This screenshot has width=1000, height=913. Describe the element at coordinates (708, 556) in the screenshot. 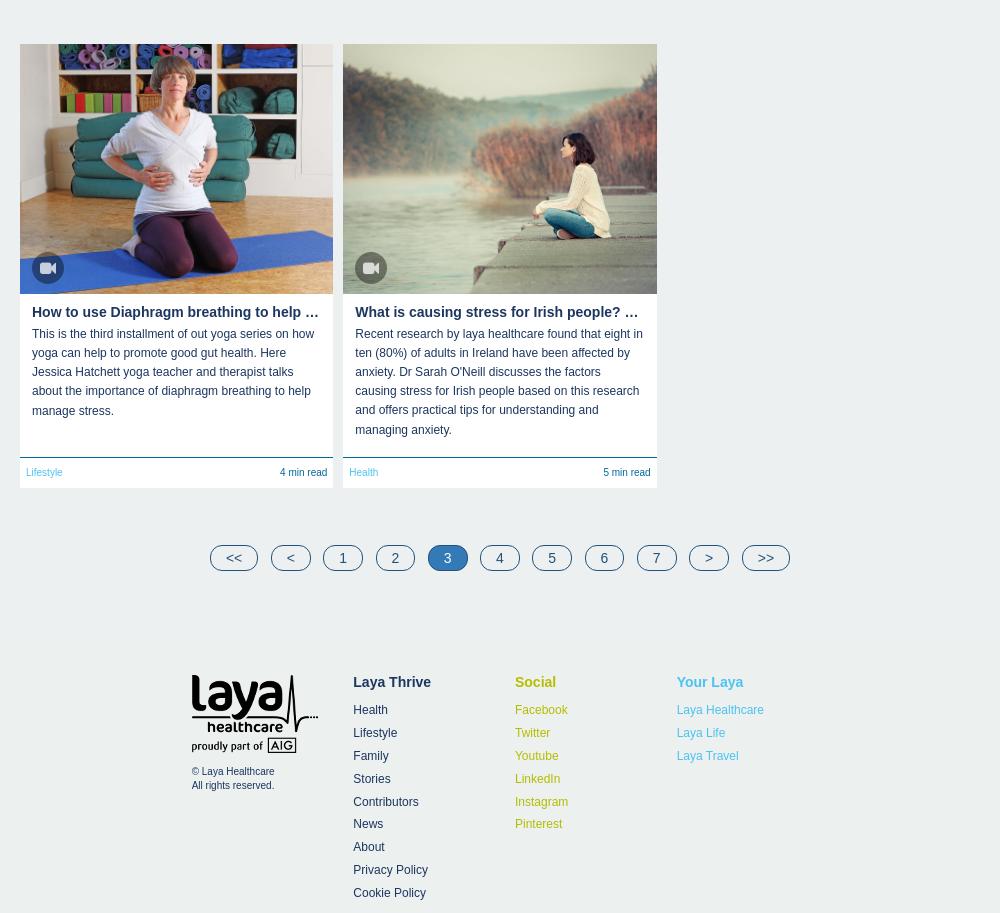

I see `'>'` at that location.